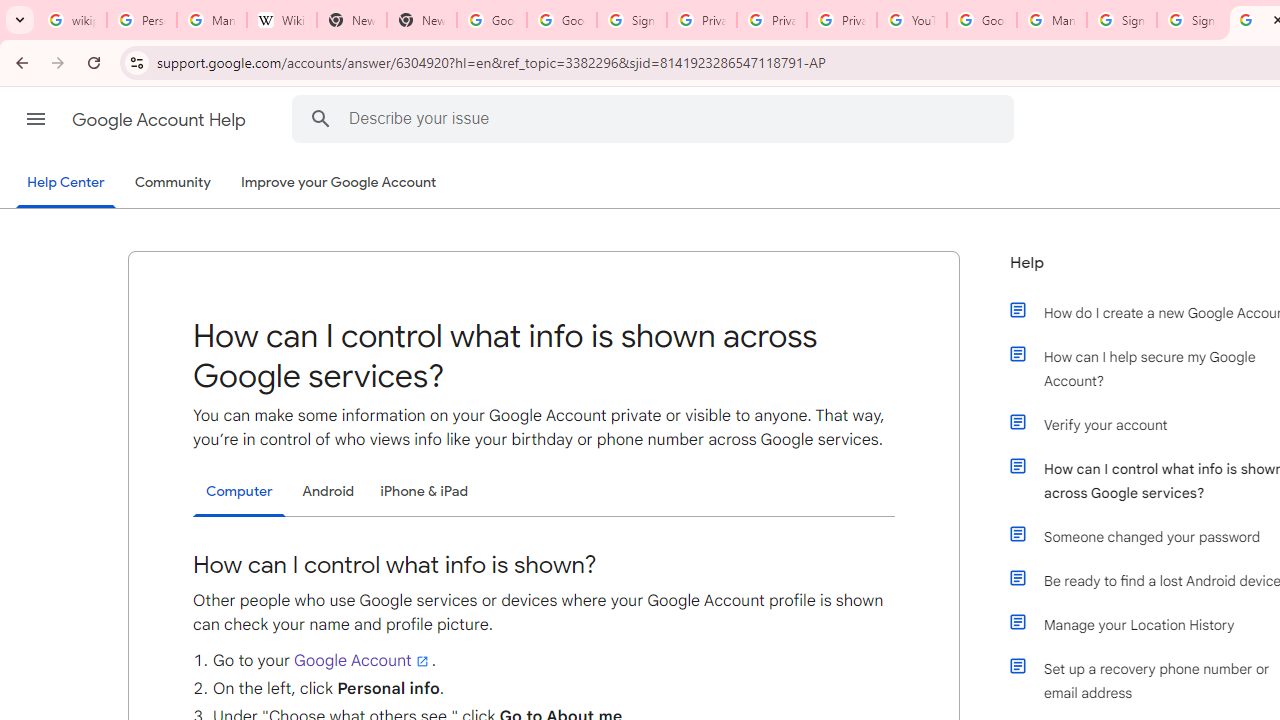  Describe the element at coordinates (1121, 20) in the screenshot. I see `'Sign in - Google Accounts'` at that location.